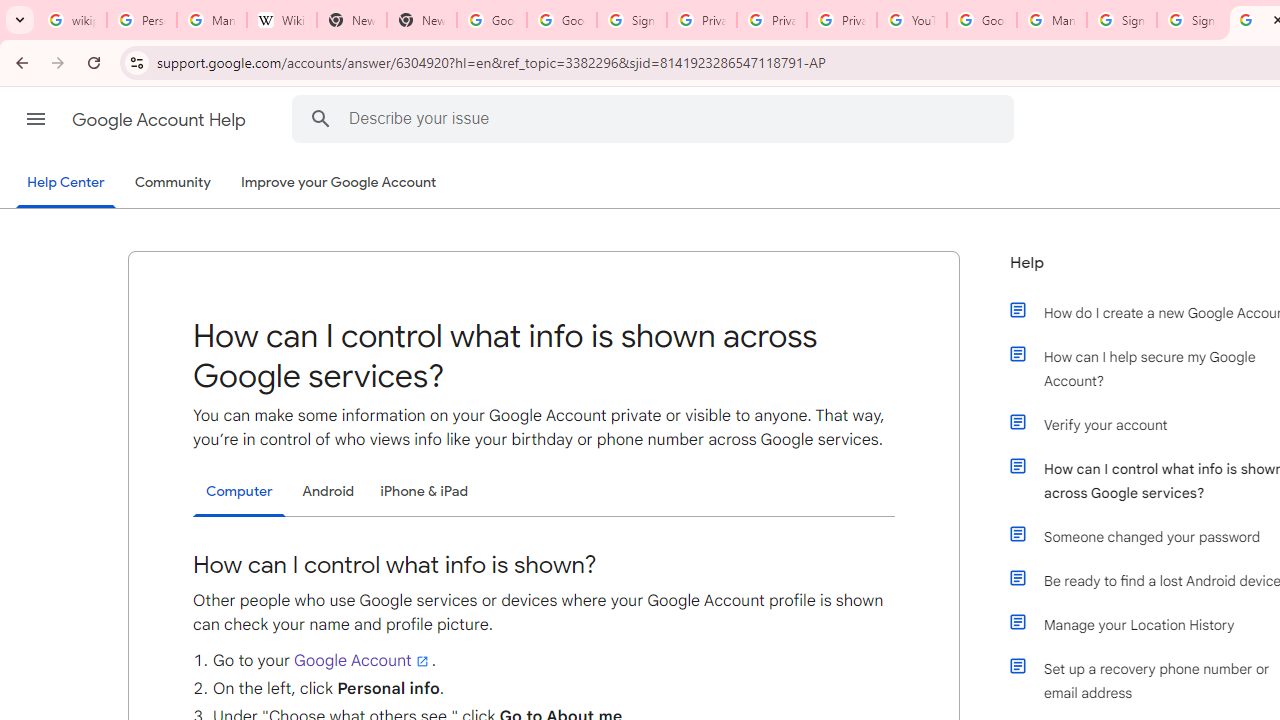  Describe the element at coordinates (1121, 20) in the screenshot. I see `'Sign in - Google Accounts'` at that location.